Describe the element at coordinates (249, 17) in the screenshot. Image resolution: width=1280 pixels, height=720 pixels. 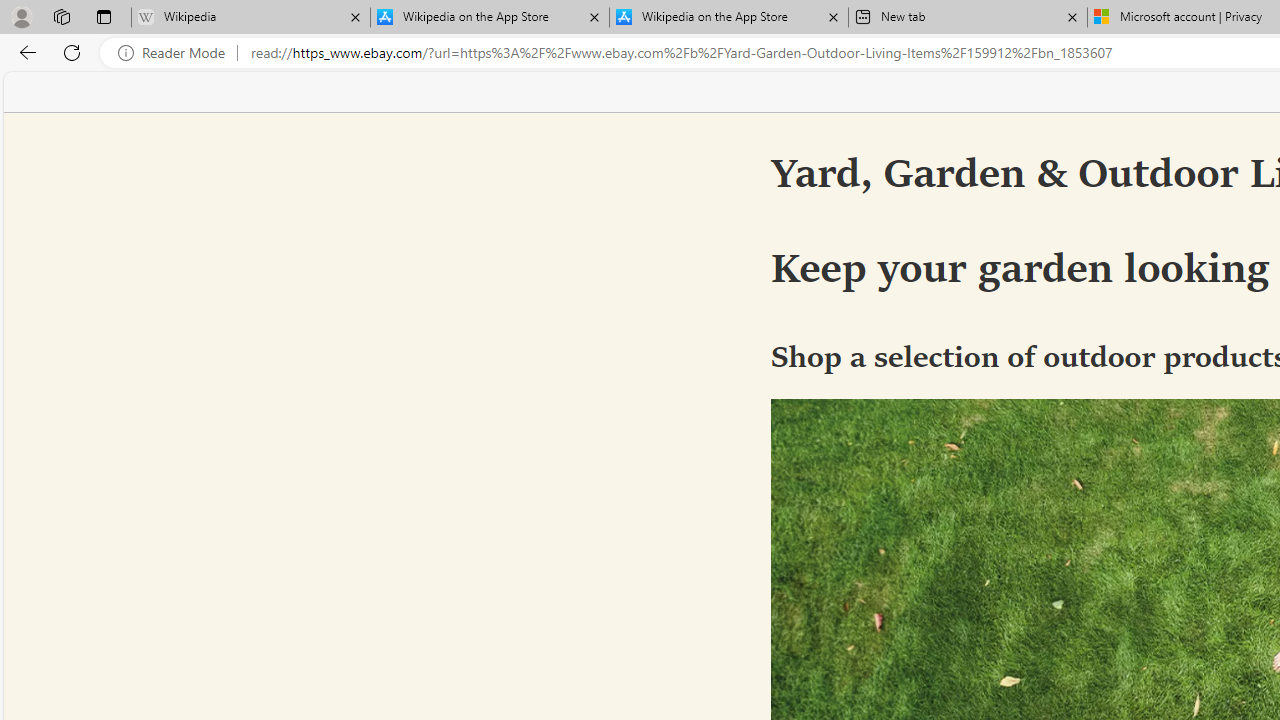
I see `'Wikipedia - Sleeping'` at that location.